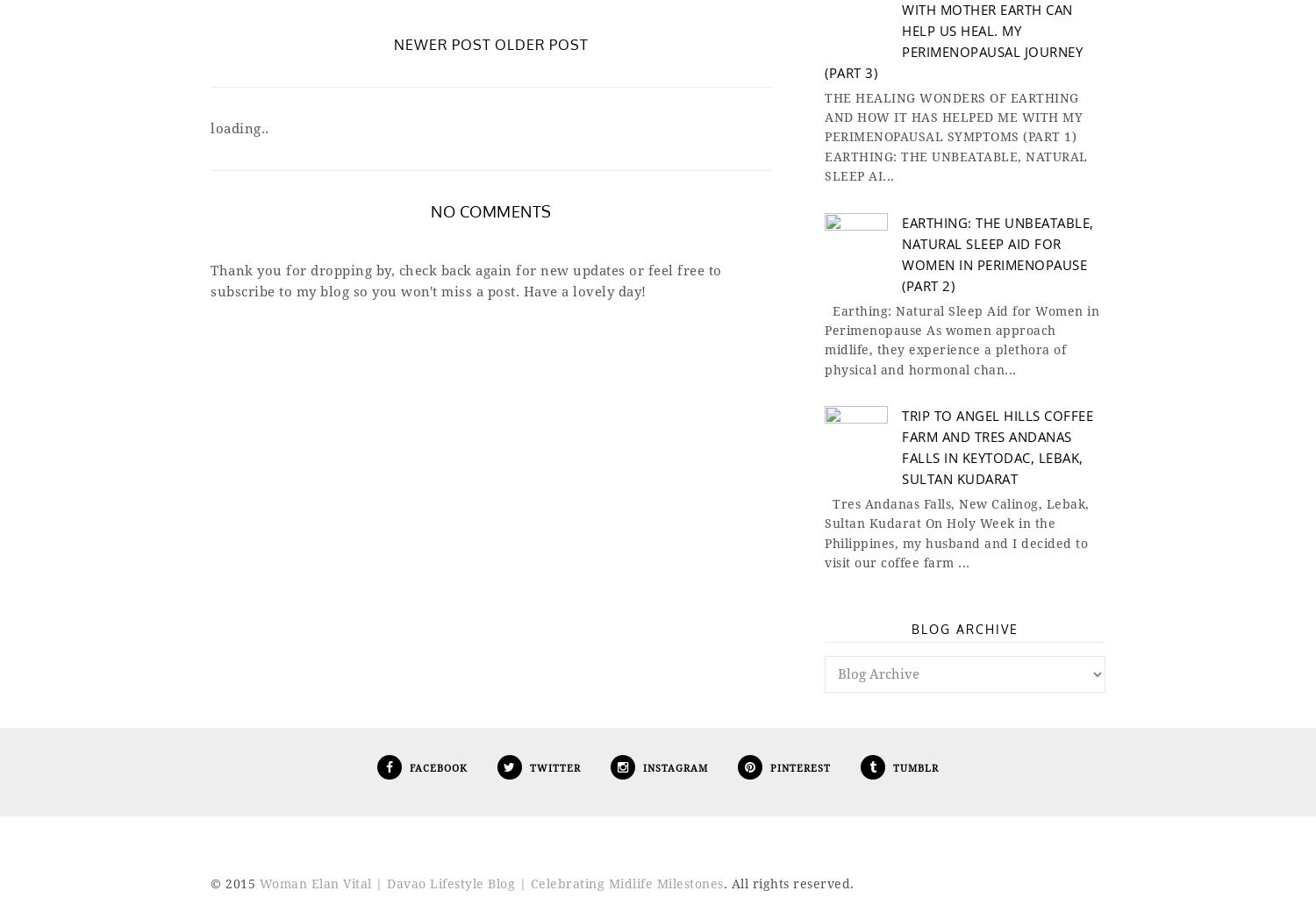 This screenshot has height=905, width=1316. Describe the element at coordinates (955, 533) in the screenshot. I see `'Tres Andanas Falls, New Calinog, Lebak, Sultan Kudarat On Holy Week in the Philippines, my husband and I decided to visit our coffee farm ...'` at that location.